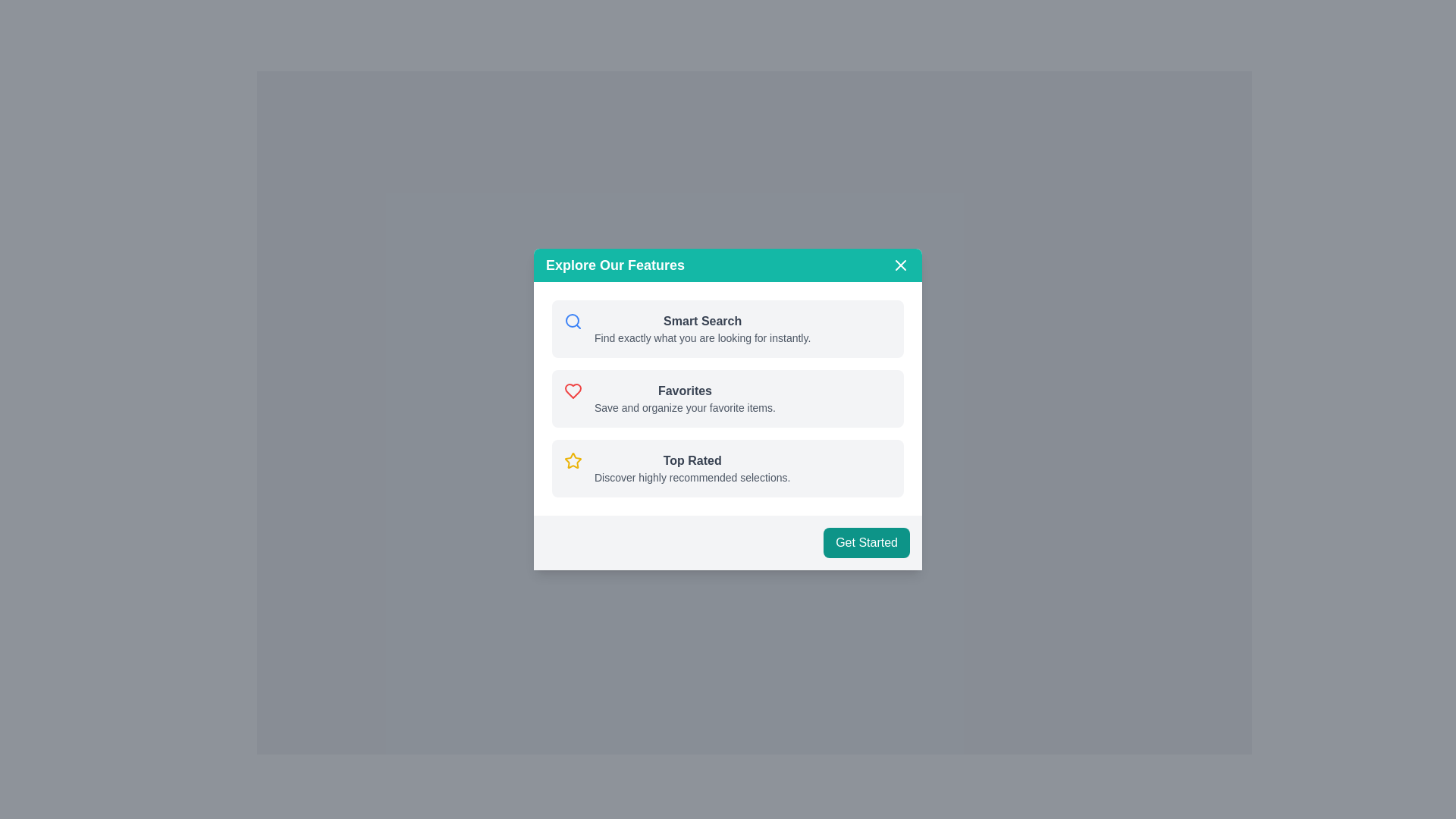  Describe the element at coordinates (701, 337) in the screenshot. I see `the static text that provides additional information about the 'Smart Search' feature located beneath the 'Smart Search' heading in the 'Explore Our Features' modal` at that location.